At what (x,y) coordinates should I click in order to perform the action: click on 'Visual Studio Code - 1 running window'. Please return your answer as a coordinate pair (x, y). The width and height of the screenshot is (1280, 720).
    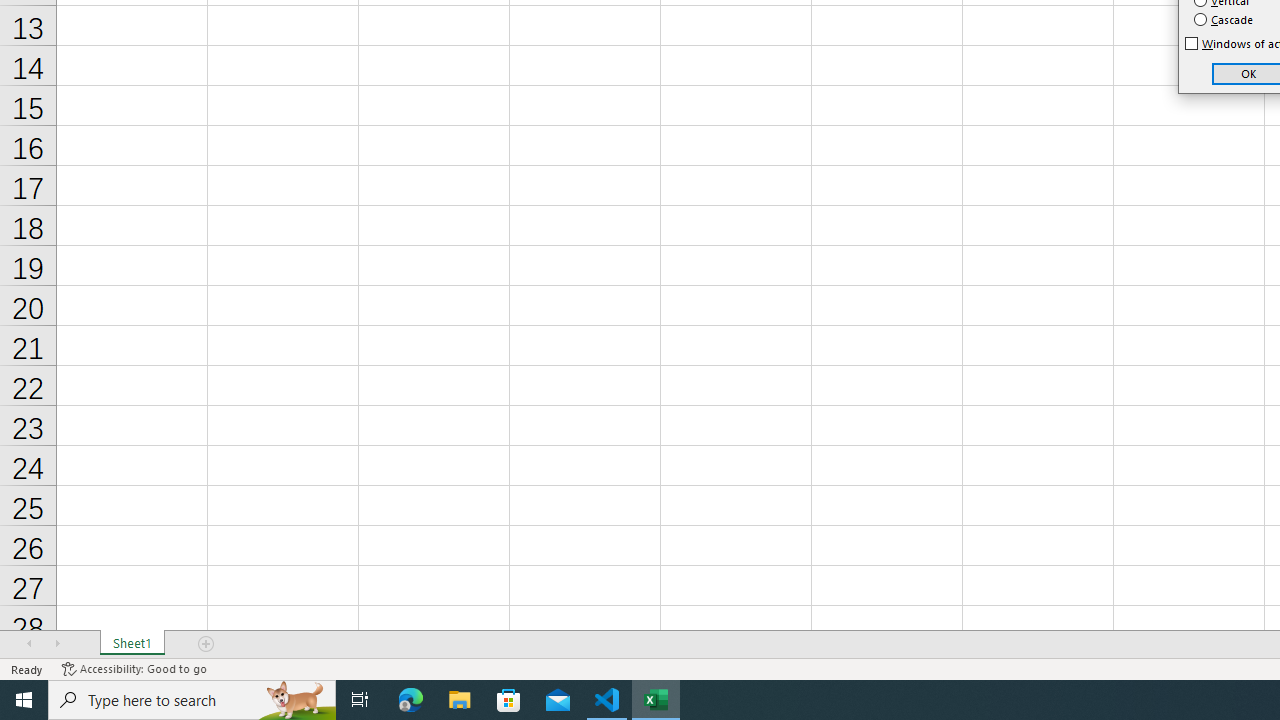
    Looking at the image, I should click on (606, 698).